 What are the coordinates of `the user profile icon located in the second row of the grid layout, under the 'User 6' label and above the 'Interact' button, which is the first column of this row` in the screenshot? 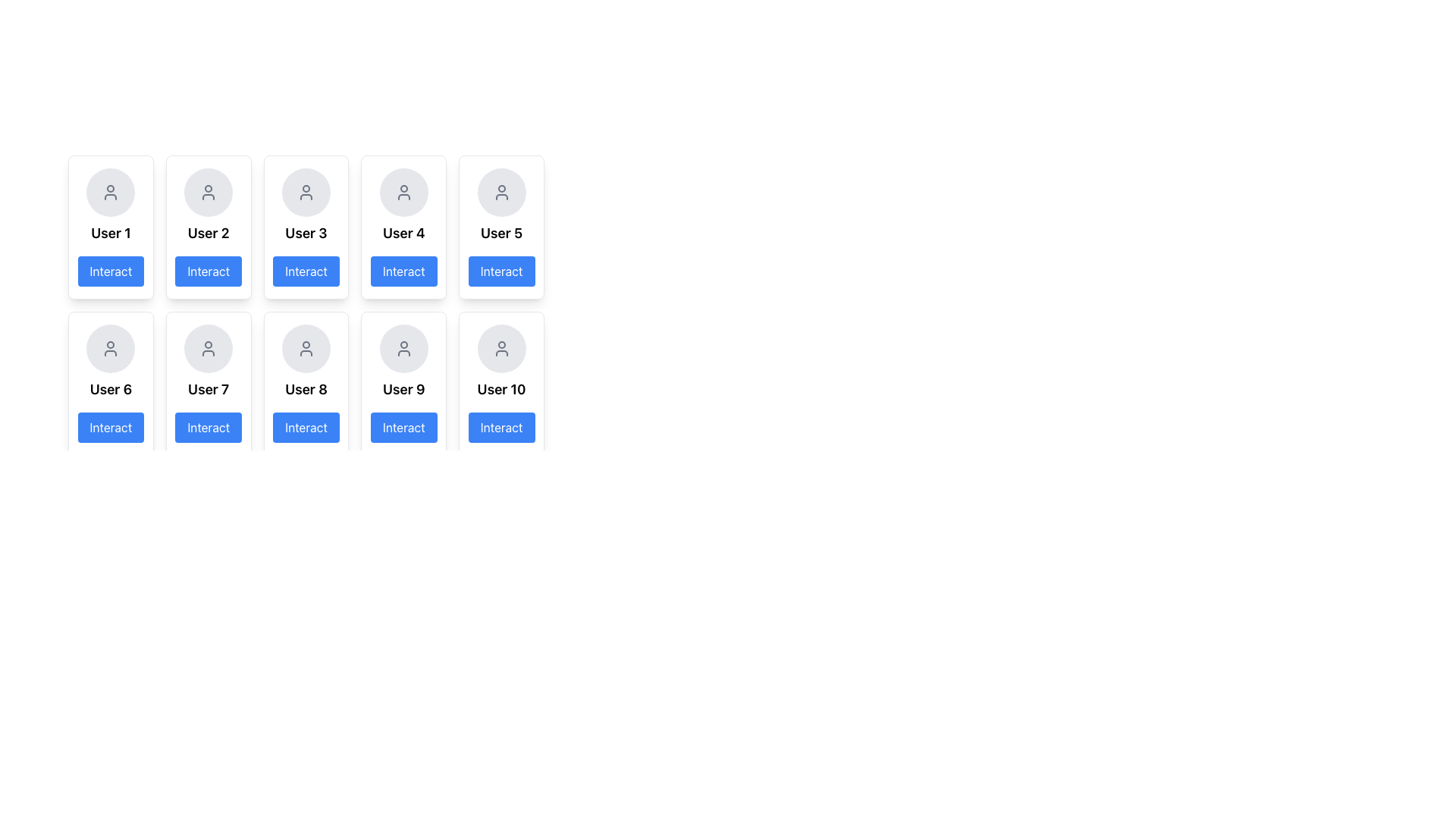 It's located at (110, 348).